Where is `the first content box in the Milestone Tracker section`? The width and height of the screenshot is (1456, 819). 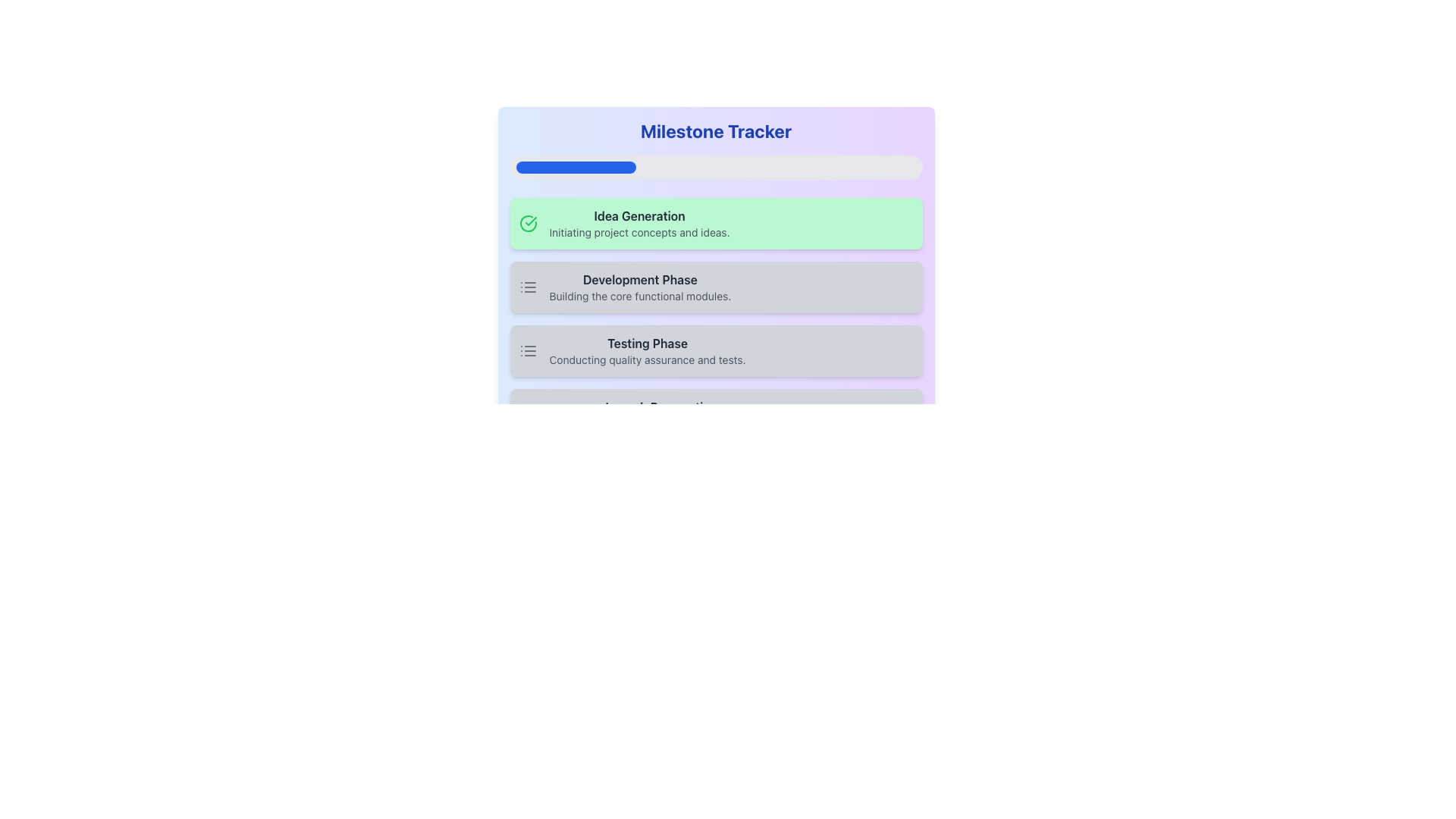
the first content box in the Milestone Tracker section is located at coordinates (639, 223).